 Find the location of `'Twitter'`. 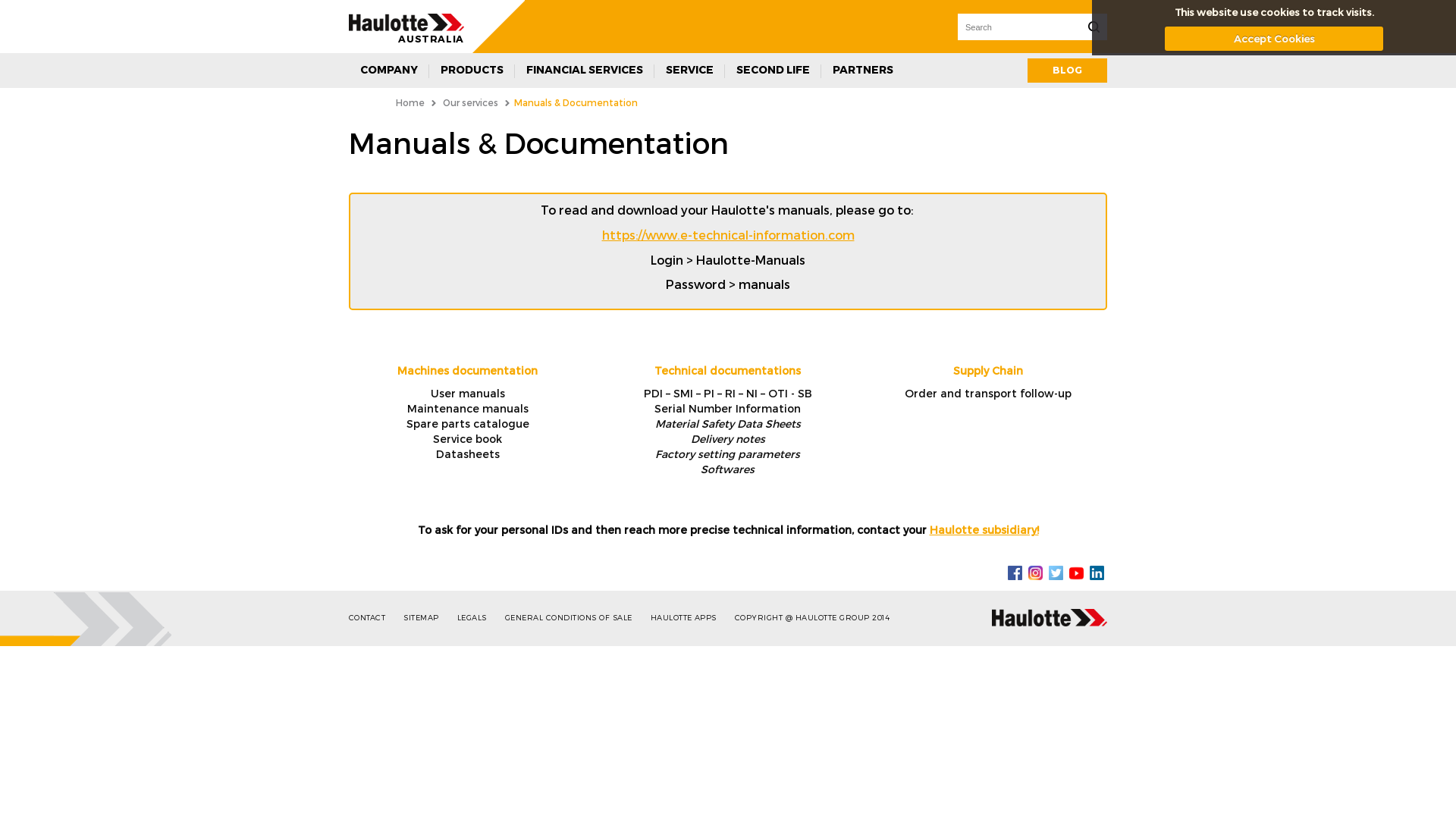

'Twitter' is located at coordinates (1055, 571).